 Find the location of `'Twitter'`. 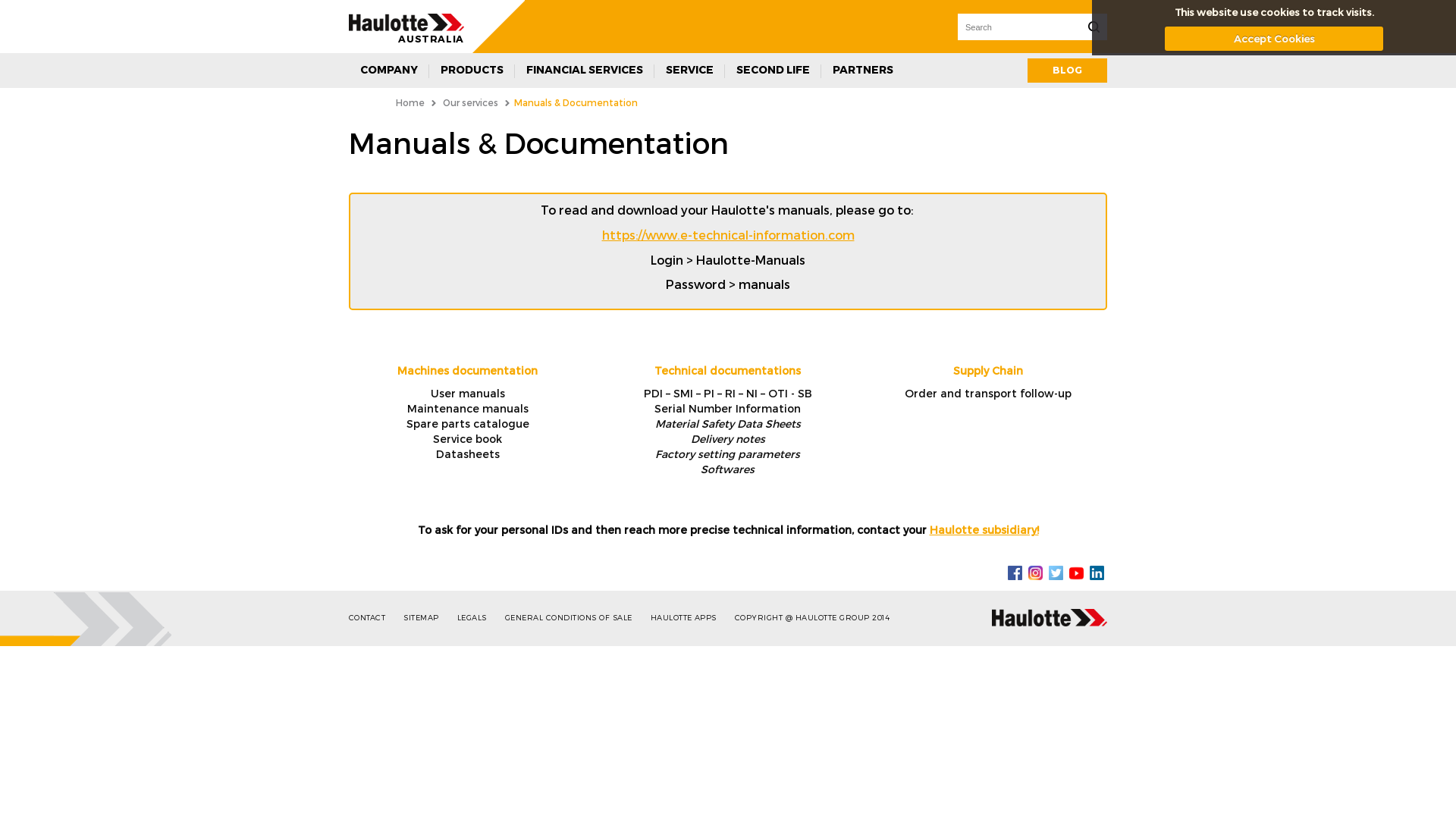

'Twitter' is located at coordinates (1055, 571).